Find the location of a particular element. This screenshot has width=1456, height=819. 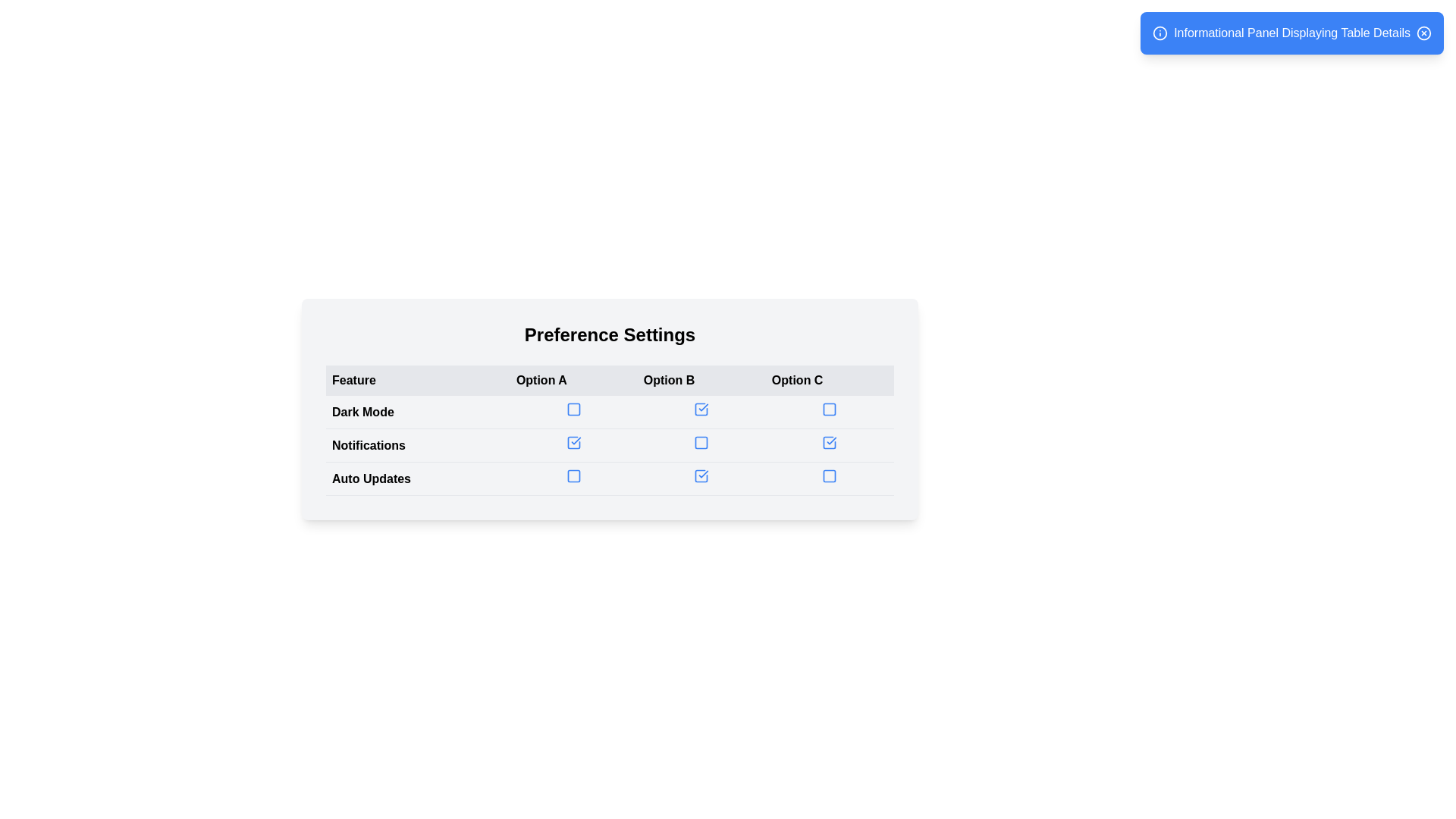

the distinct red square checkbox located is located at coordinates (829, 475).